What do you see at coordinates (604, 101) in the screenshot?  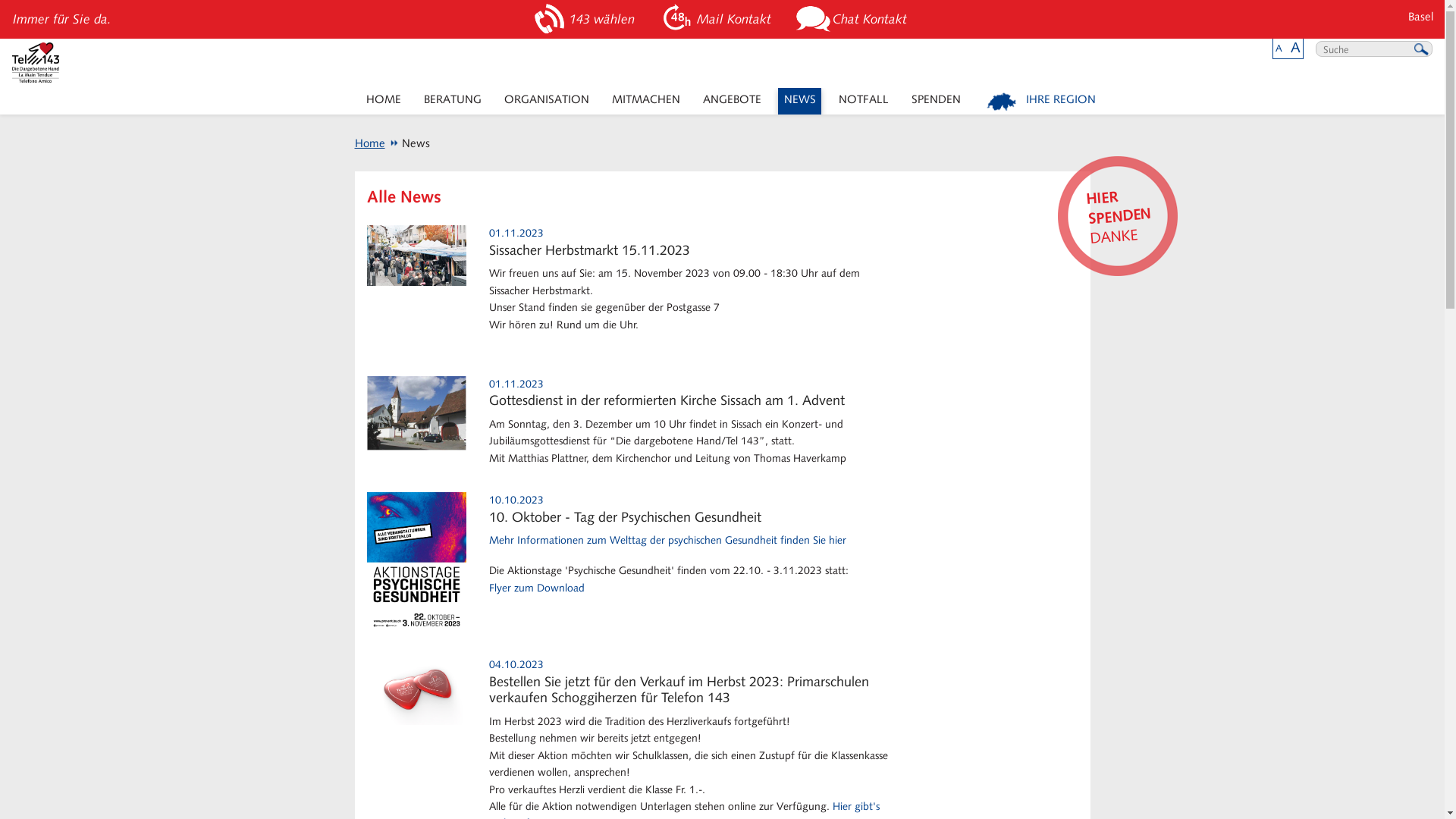 I see `'MITMACHEN'` at bounding box center [604, 101].